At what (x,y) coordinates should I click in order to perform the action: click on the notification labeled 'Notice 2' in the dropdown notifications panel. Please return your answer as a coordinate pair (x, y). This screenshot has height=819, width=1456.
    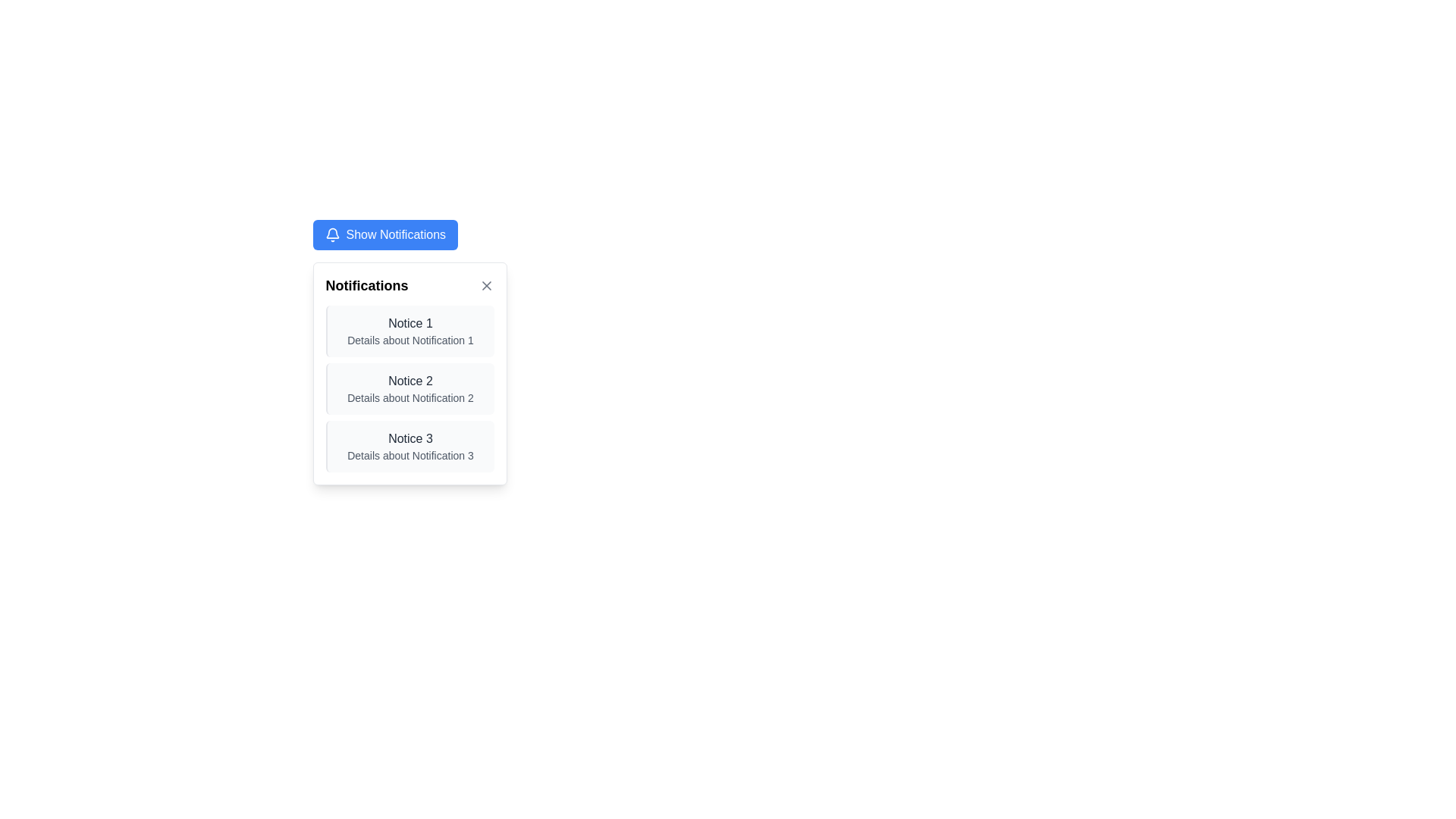
    Looking at the image, I should click on (409, 374).